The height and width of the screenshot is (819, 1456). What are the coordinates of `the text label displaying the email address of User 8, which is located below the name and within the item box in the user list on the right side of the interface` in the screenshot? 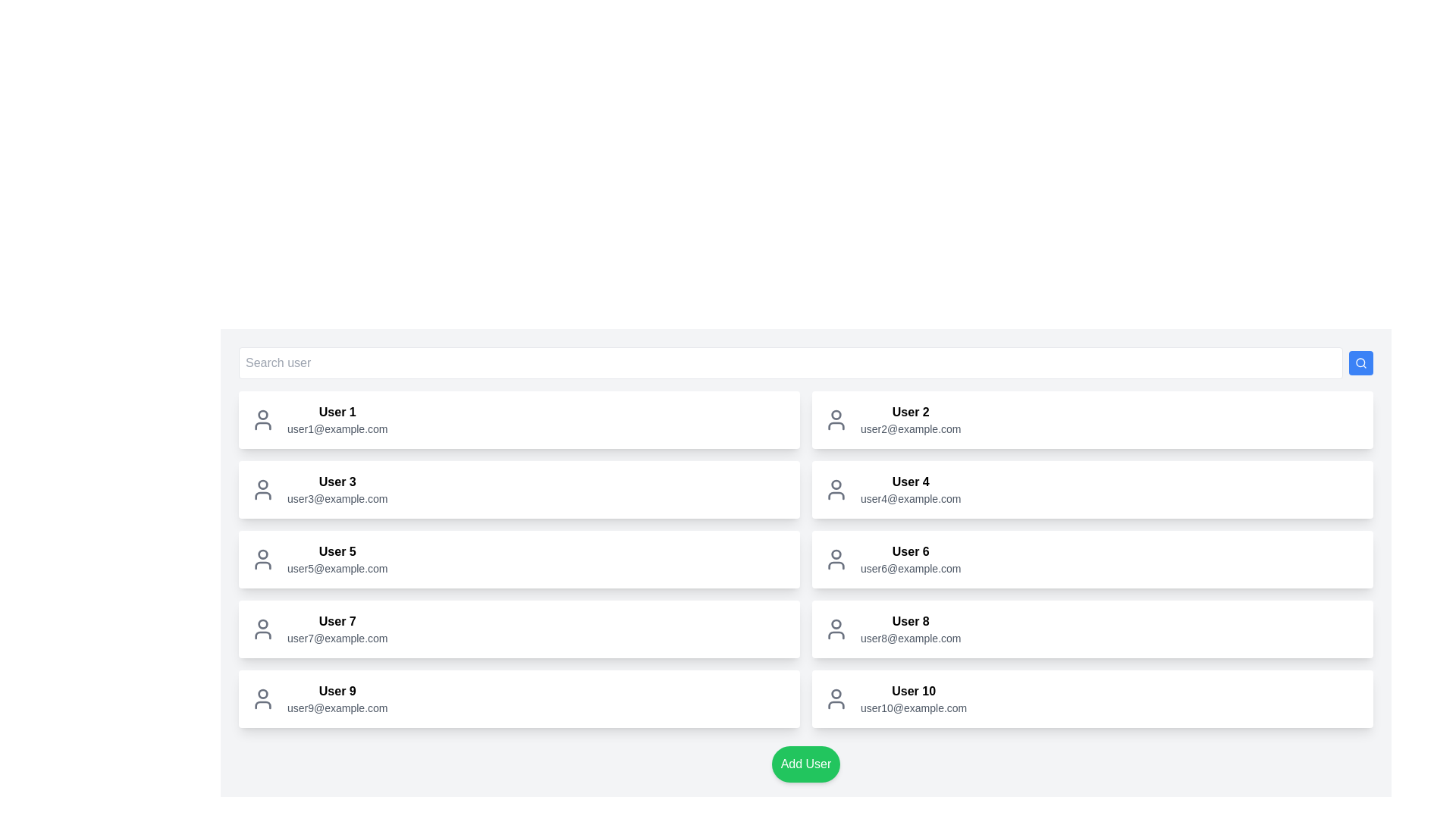 It's located at (910, 638).